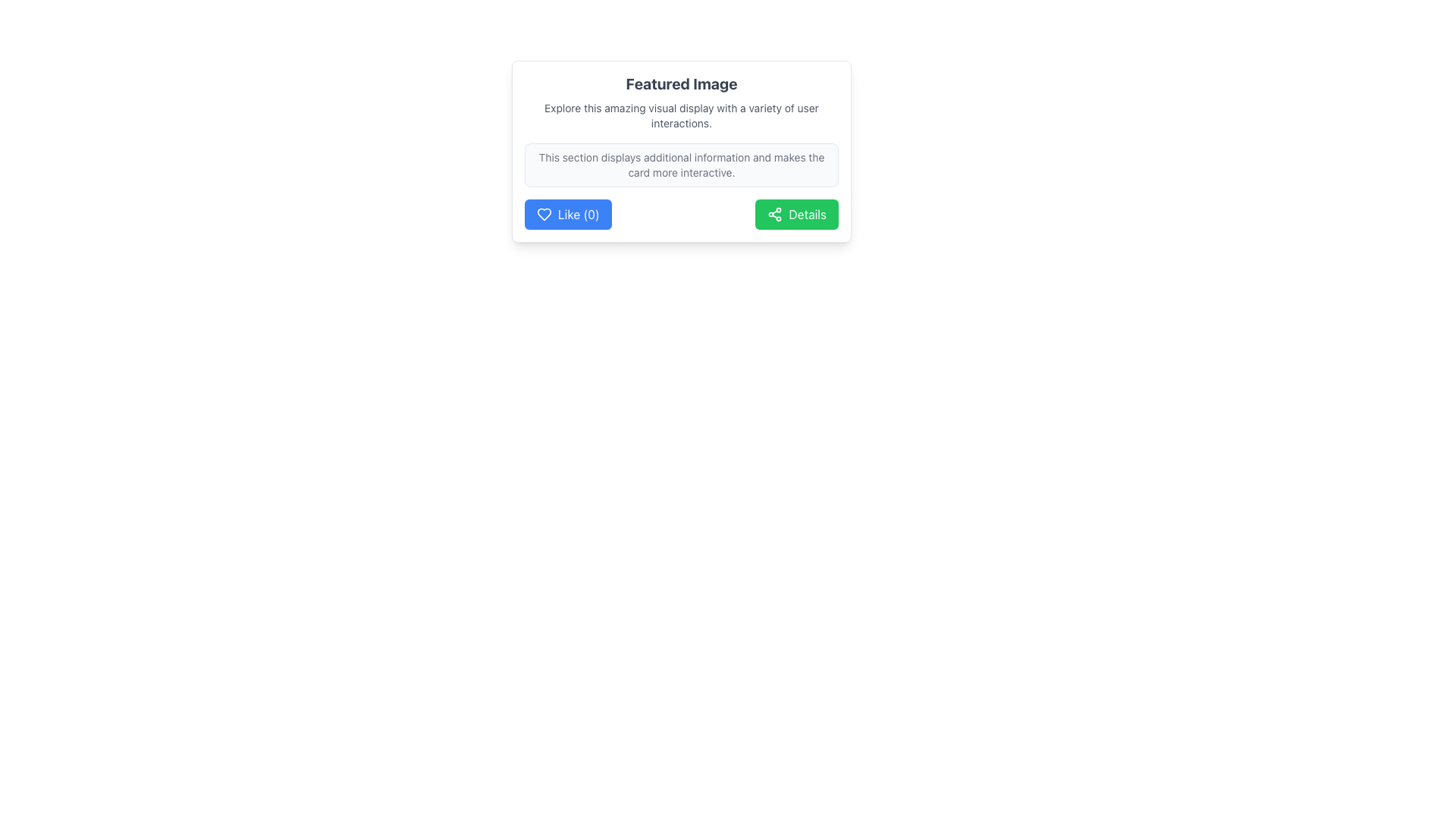 This screenshot has width=1456, height=819. What do you see at coordinates (544, 214) in the screenshot?
I see `the heart icon within the 'Like (0)' button located at the bottom-left corner of the card element` at bounding box center [544, 214].